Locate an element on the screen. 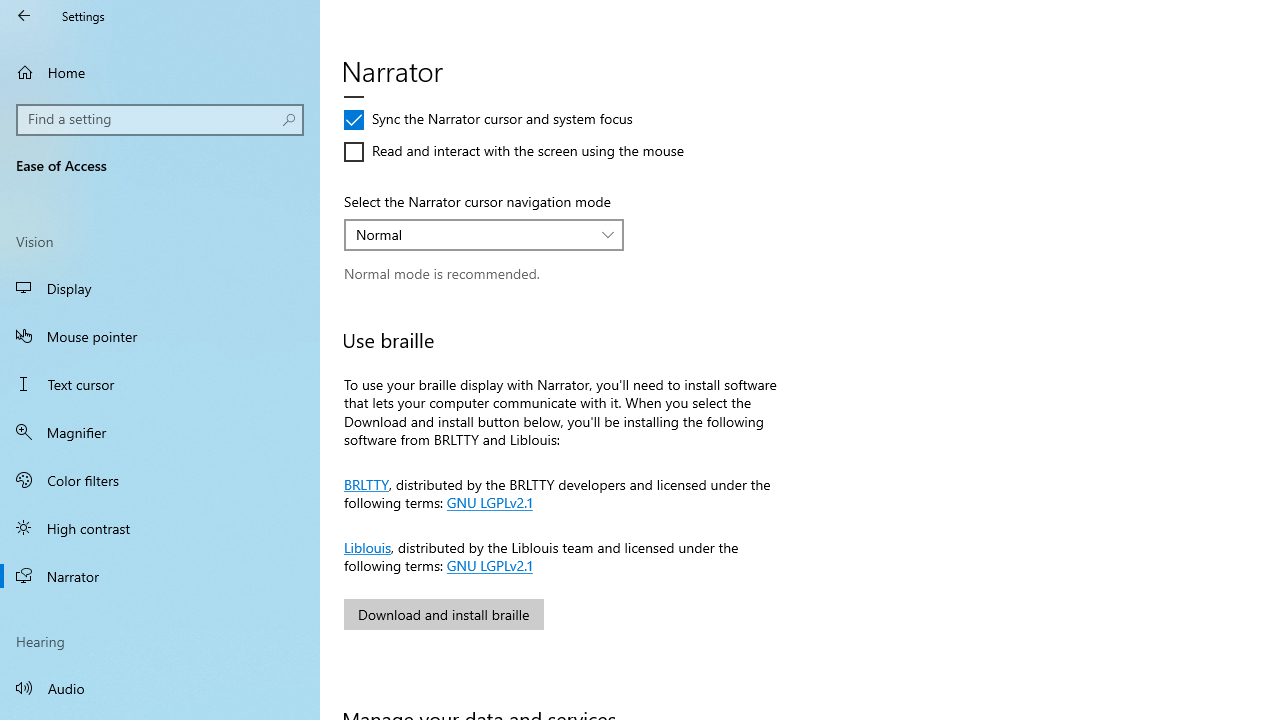 Image resolution: width=1280 pixels, height=720 pixels. 'Color filters' is located at coordinates (160, 479).